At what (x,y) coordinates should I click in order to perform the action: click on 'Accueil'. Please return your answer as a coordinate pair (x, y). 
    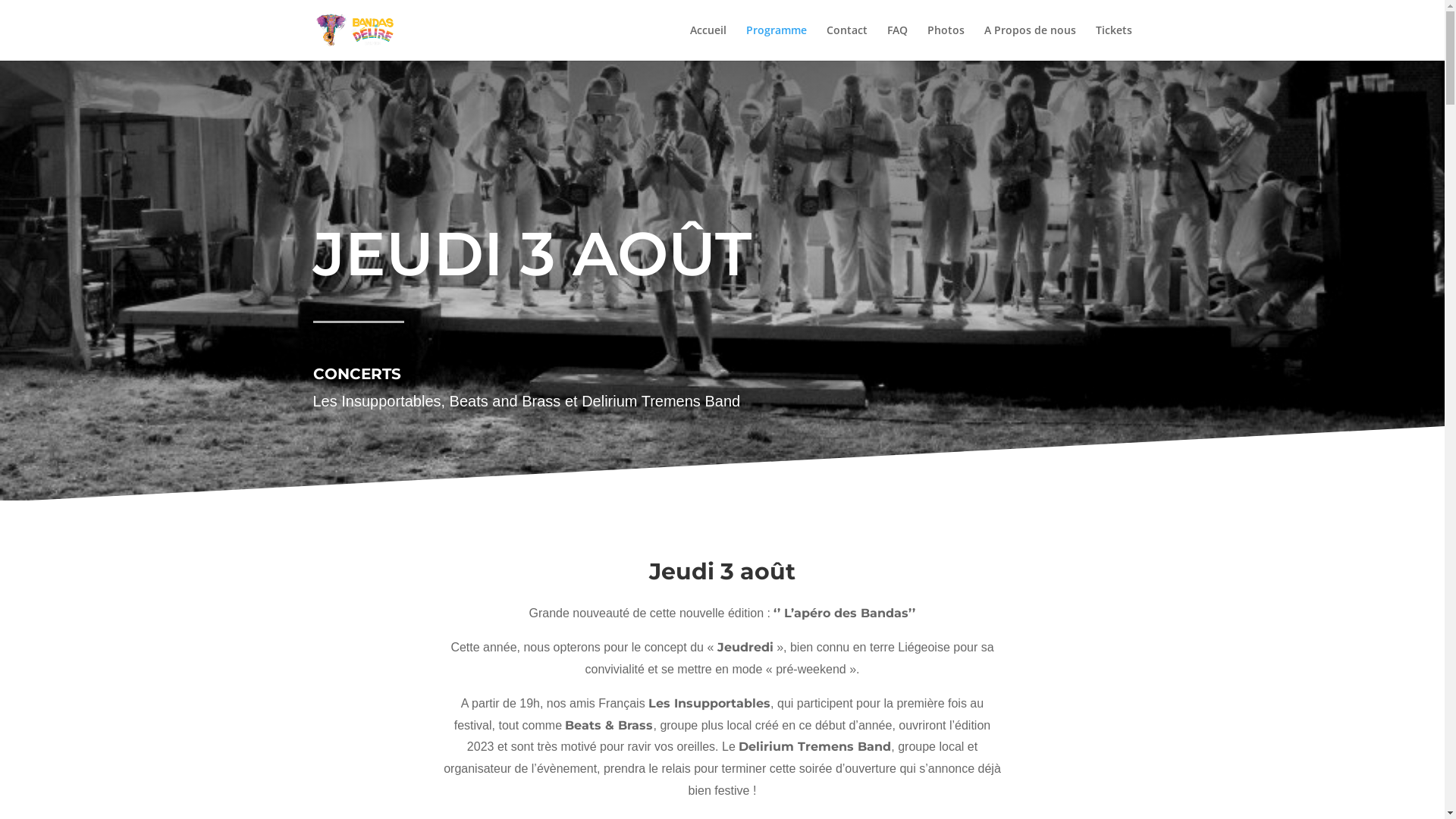
    Looking at the image, I should click on (708, 42).